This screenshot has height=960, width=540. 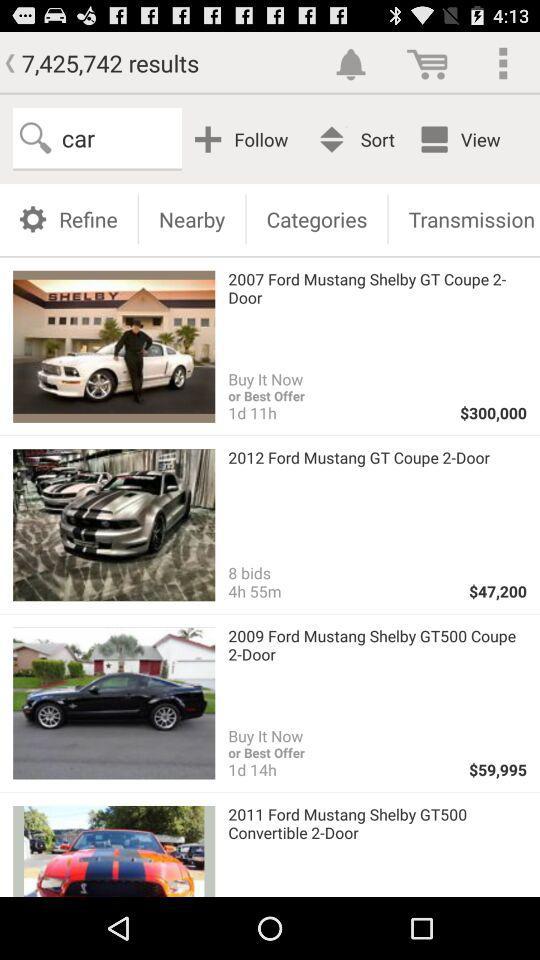 What do you see at coordinates (464, 218) in the screenshot?
I see `the transmission button` at bounding box center [464, 218].